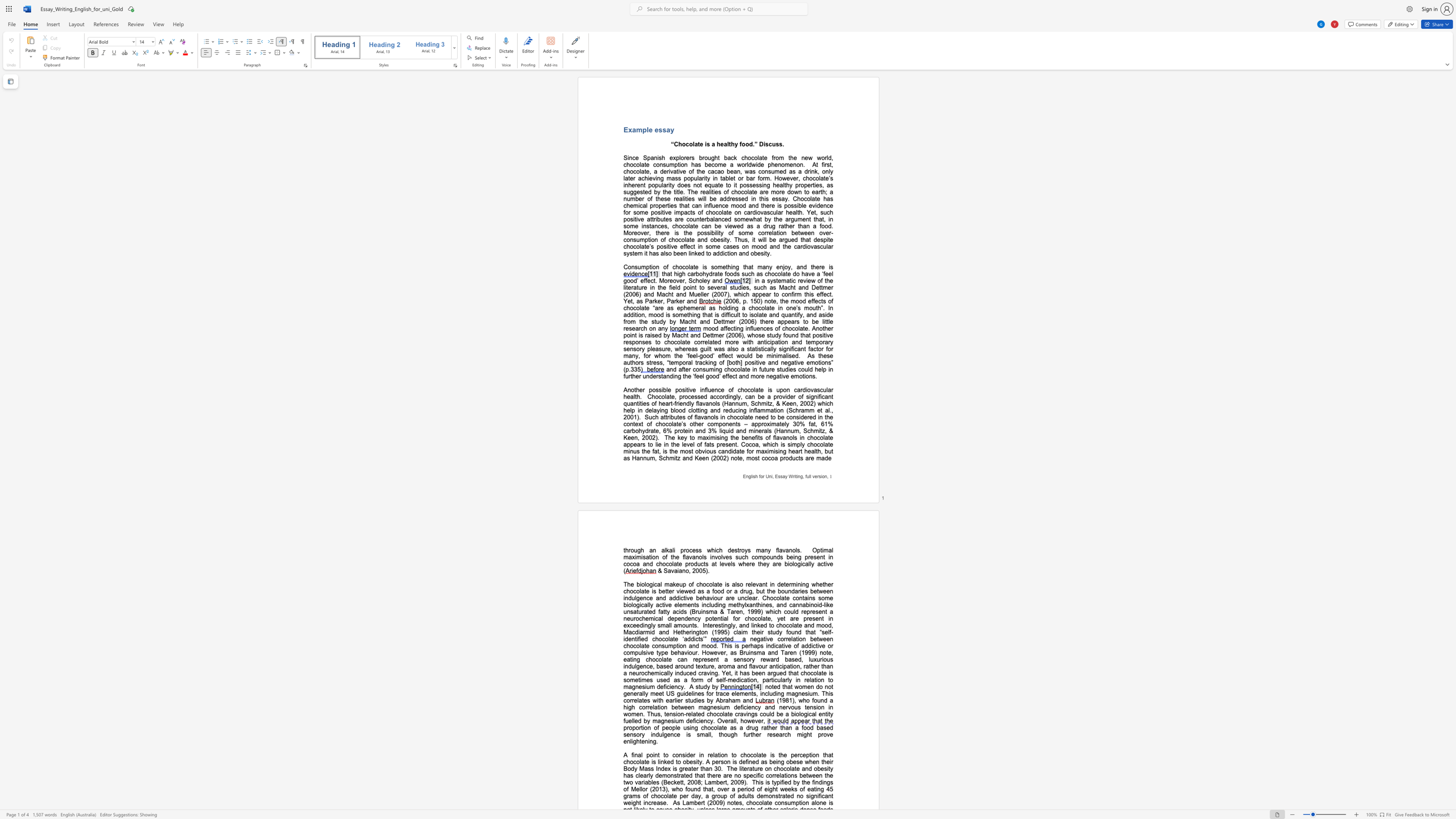 This screenshot has width=1456, height=819. What do you see at coordinates (695, 687) in the screenshot?
I see `the subset text "study" within the text "A study by"` at bounding box center [695, 687].